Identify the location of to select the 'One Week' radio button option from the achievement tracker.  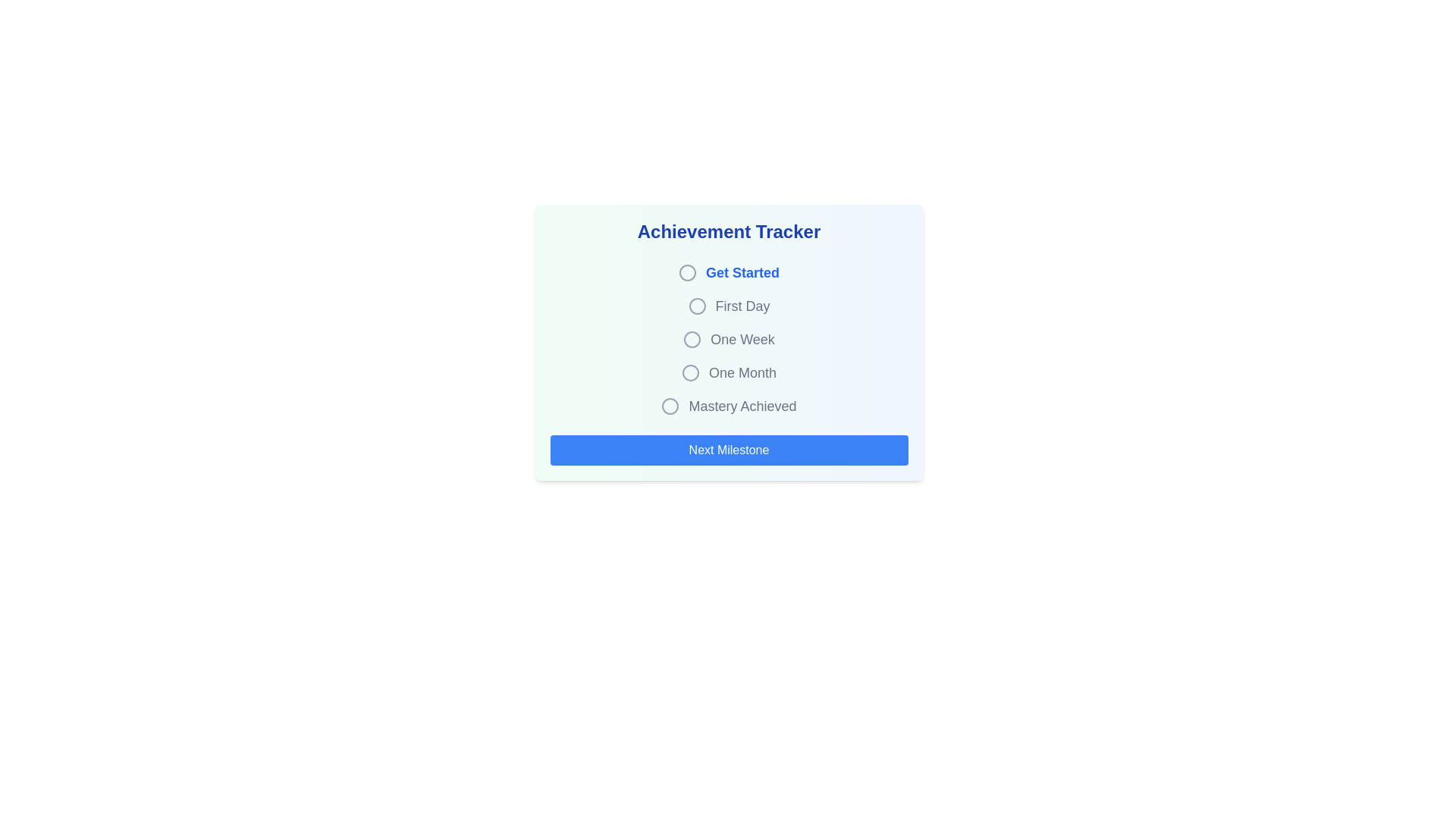
(692, 338).